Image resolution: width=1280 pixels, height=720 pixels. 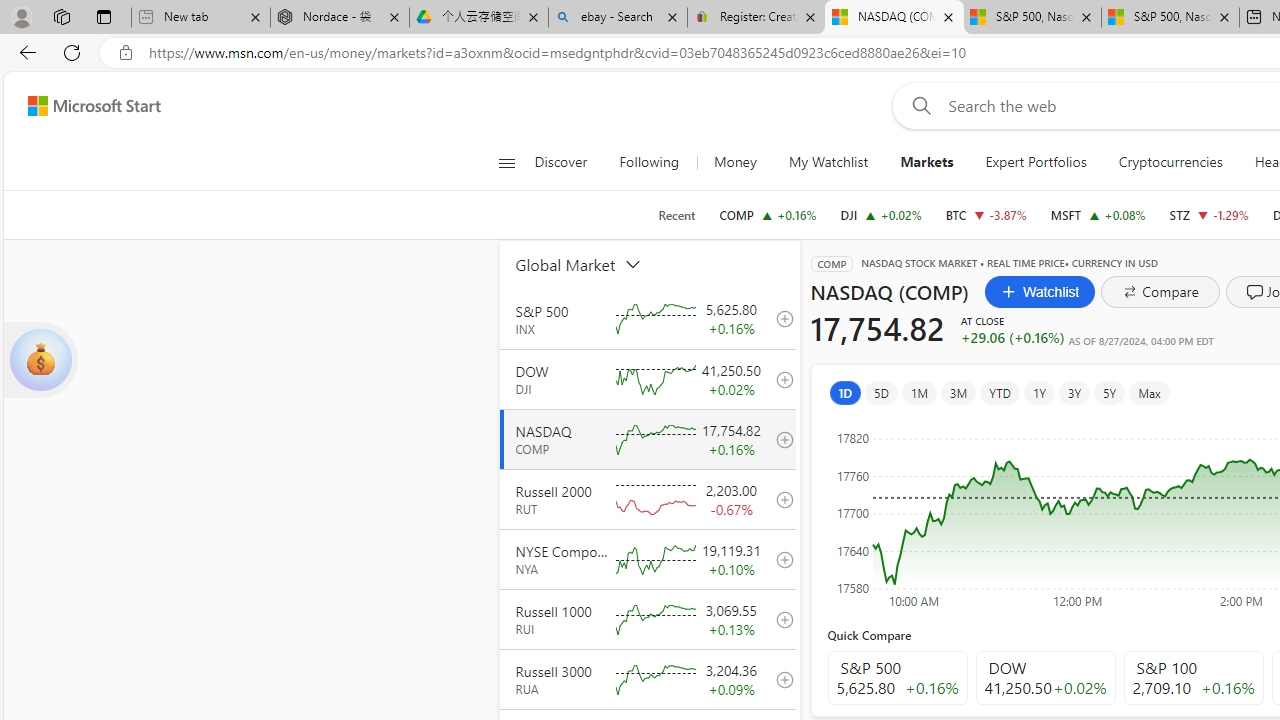 I want to click on '1M', so click(x=918, y=392).